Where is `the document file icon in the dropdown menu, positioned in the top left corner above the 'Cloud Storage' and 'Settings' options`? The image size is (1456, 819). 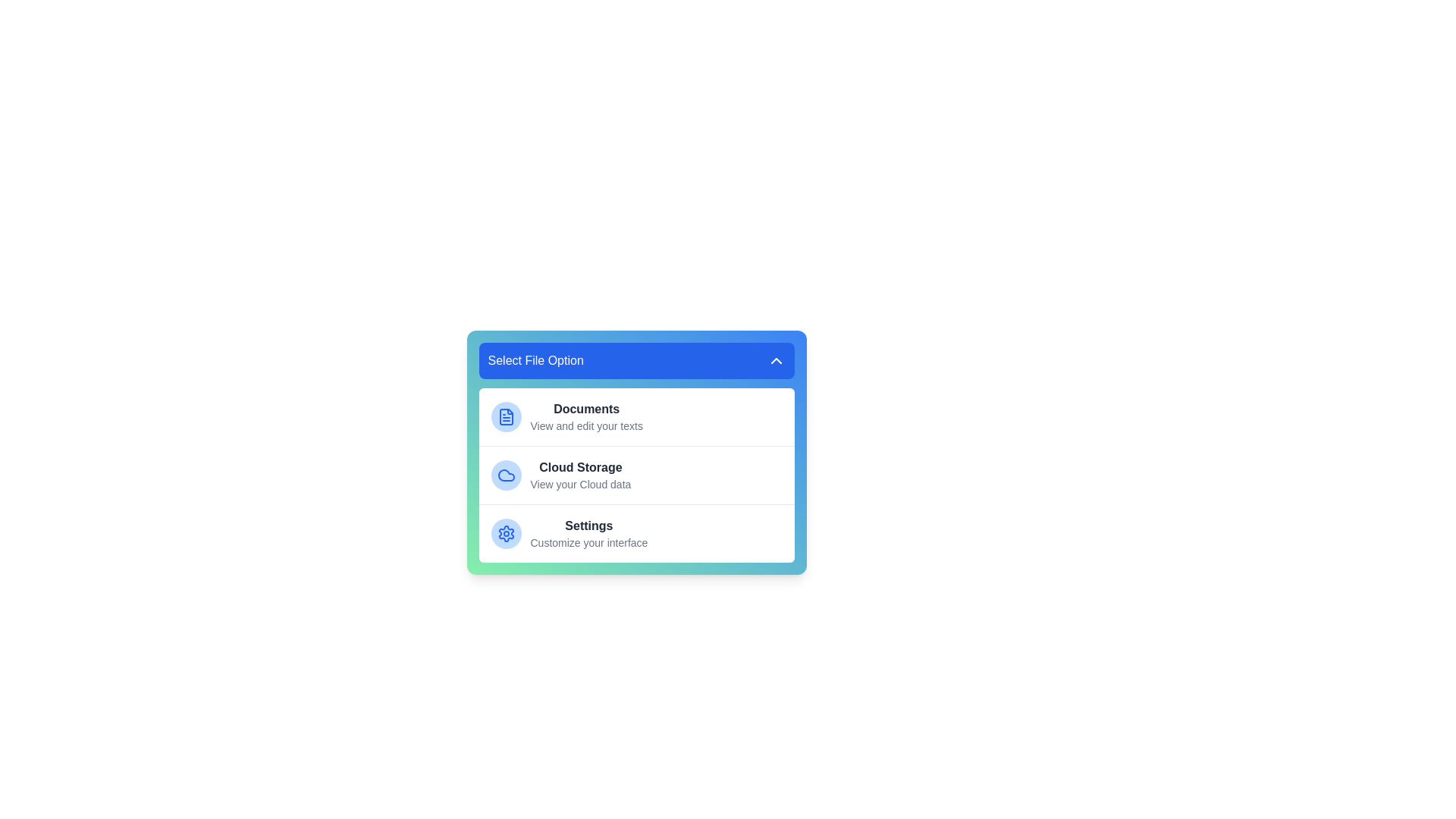
the document file icon in the dropdown menu, positioned in the top left corner above the 'Cloud Storage' and 'Settings' options is located at coordinates (506, 417).